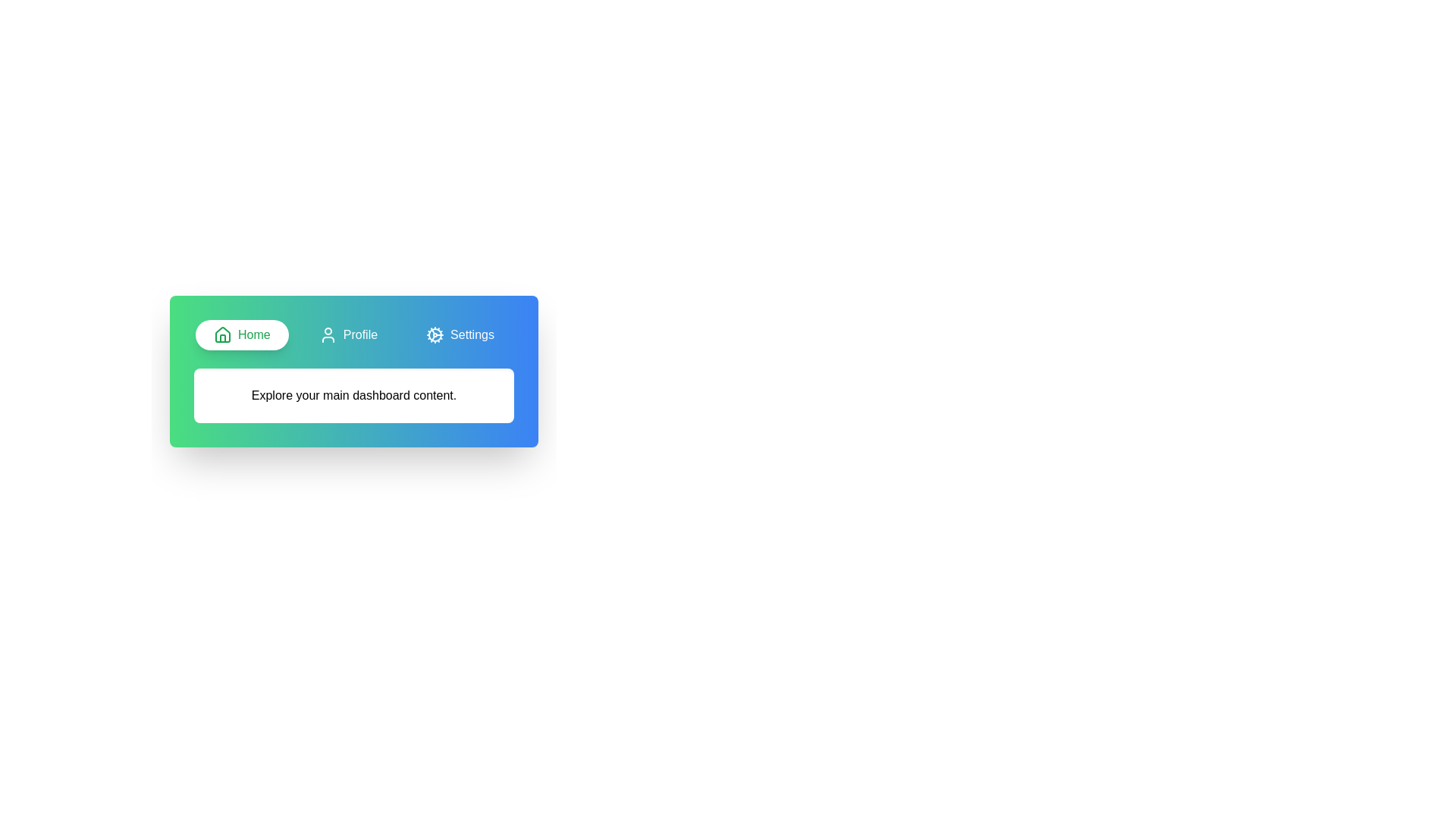  Describe the element at coordinates (459, 334) in the screenshot. I see `the Settings tab` at that location.